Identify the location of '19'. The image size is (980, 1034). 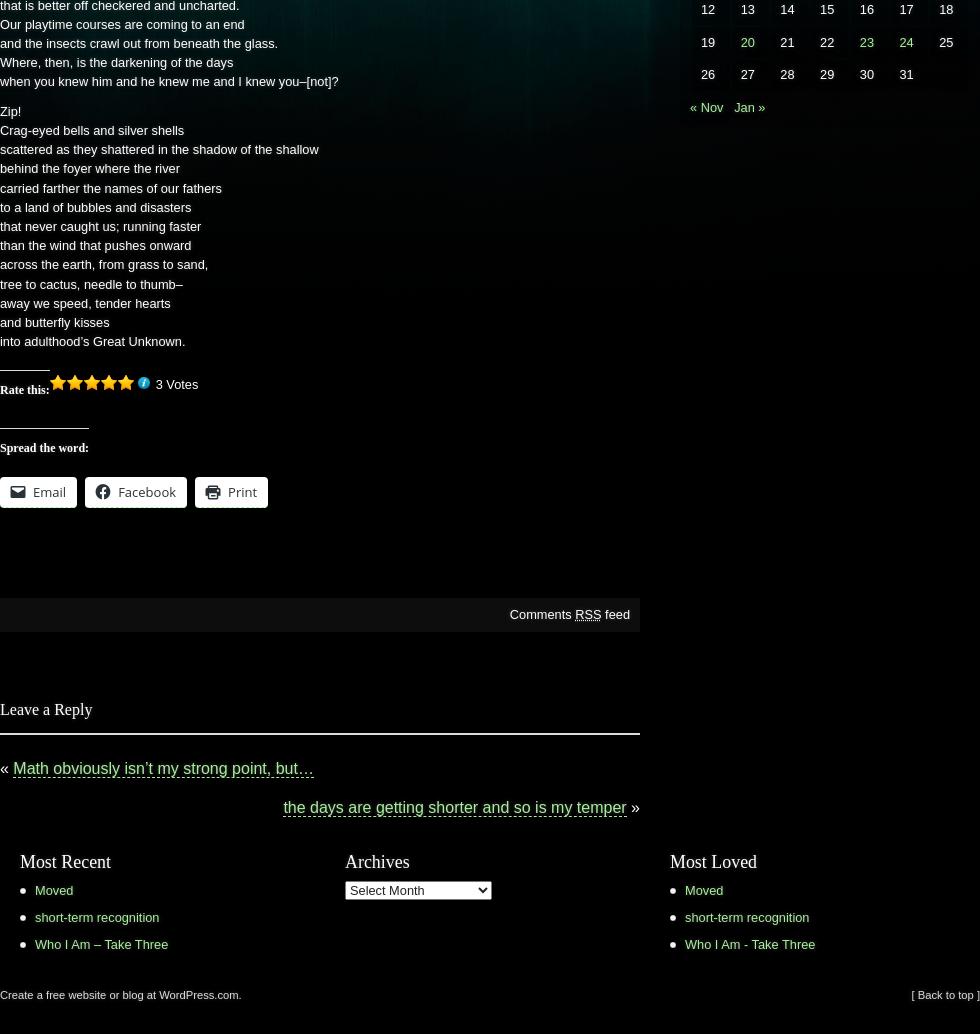
(700, 41).